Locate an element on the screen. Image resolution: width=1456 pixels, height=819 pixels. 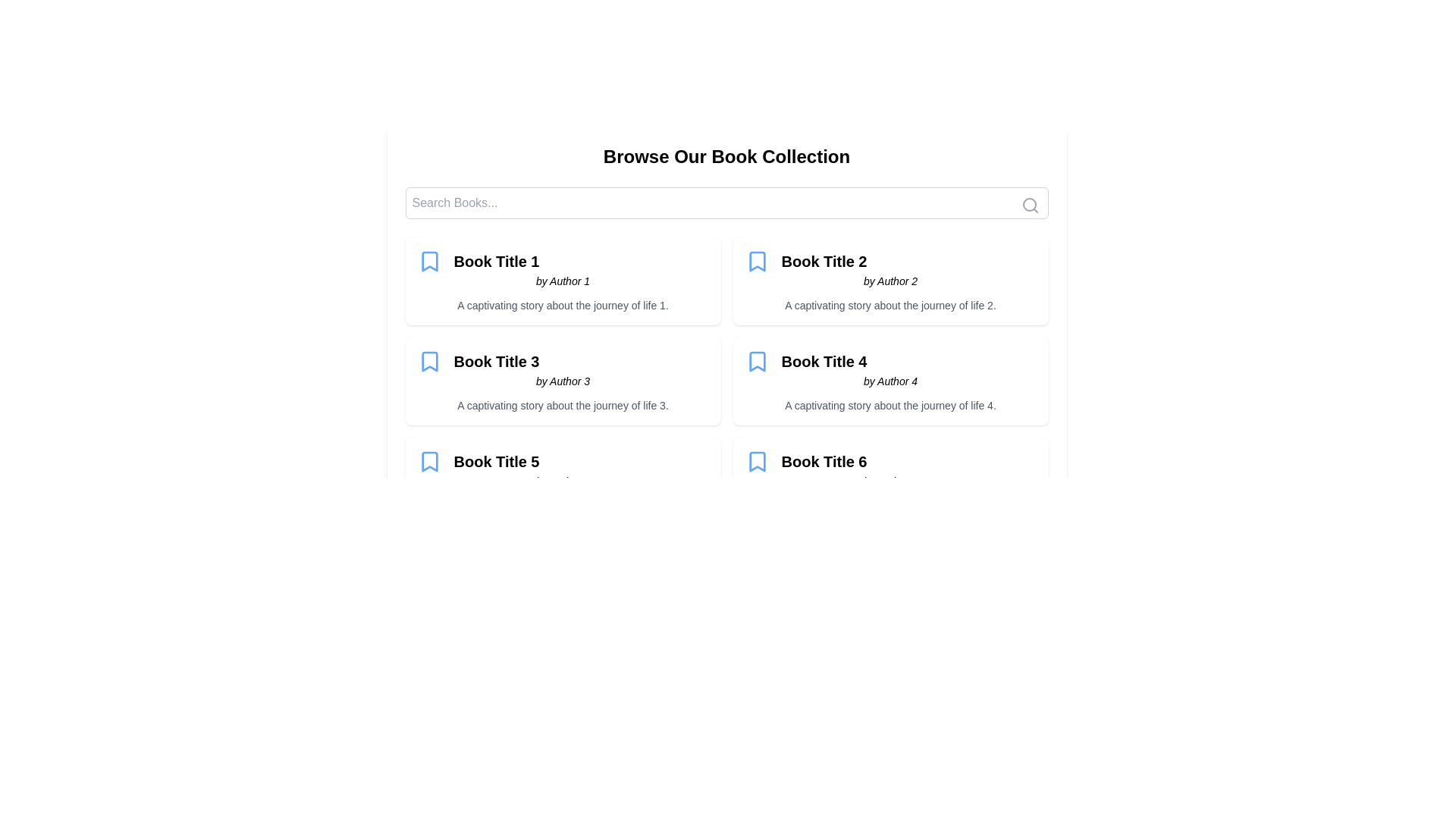
the text element that displays the author's name for 'Book Title 5' is located at coordinates (562, 482).